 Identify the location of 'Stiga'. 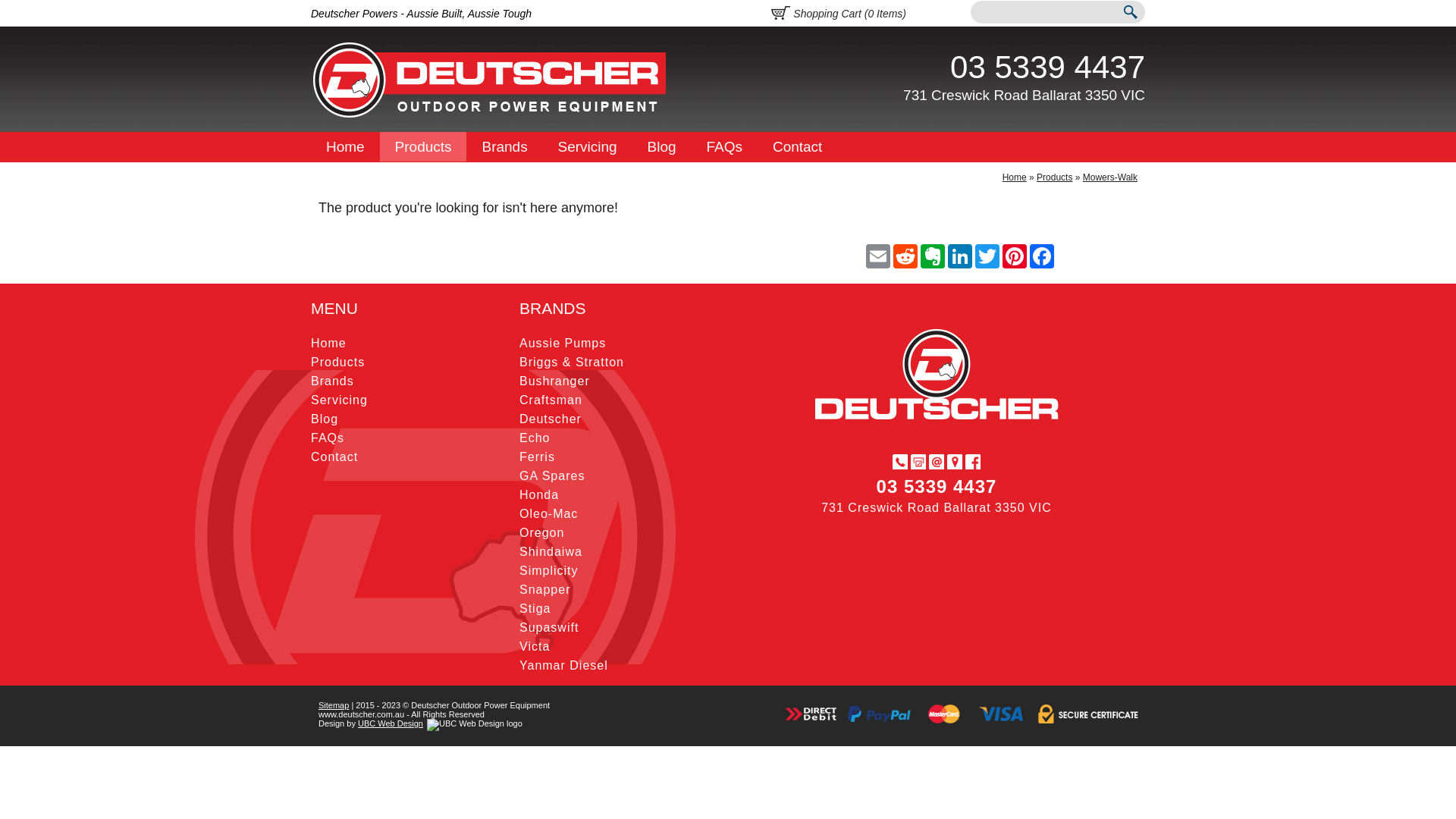
(519, 607).